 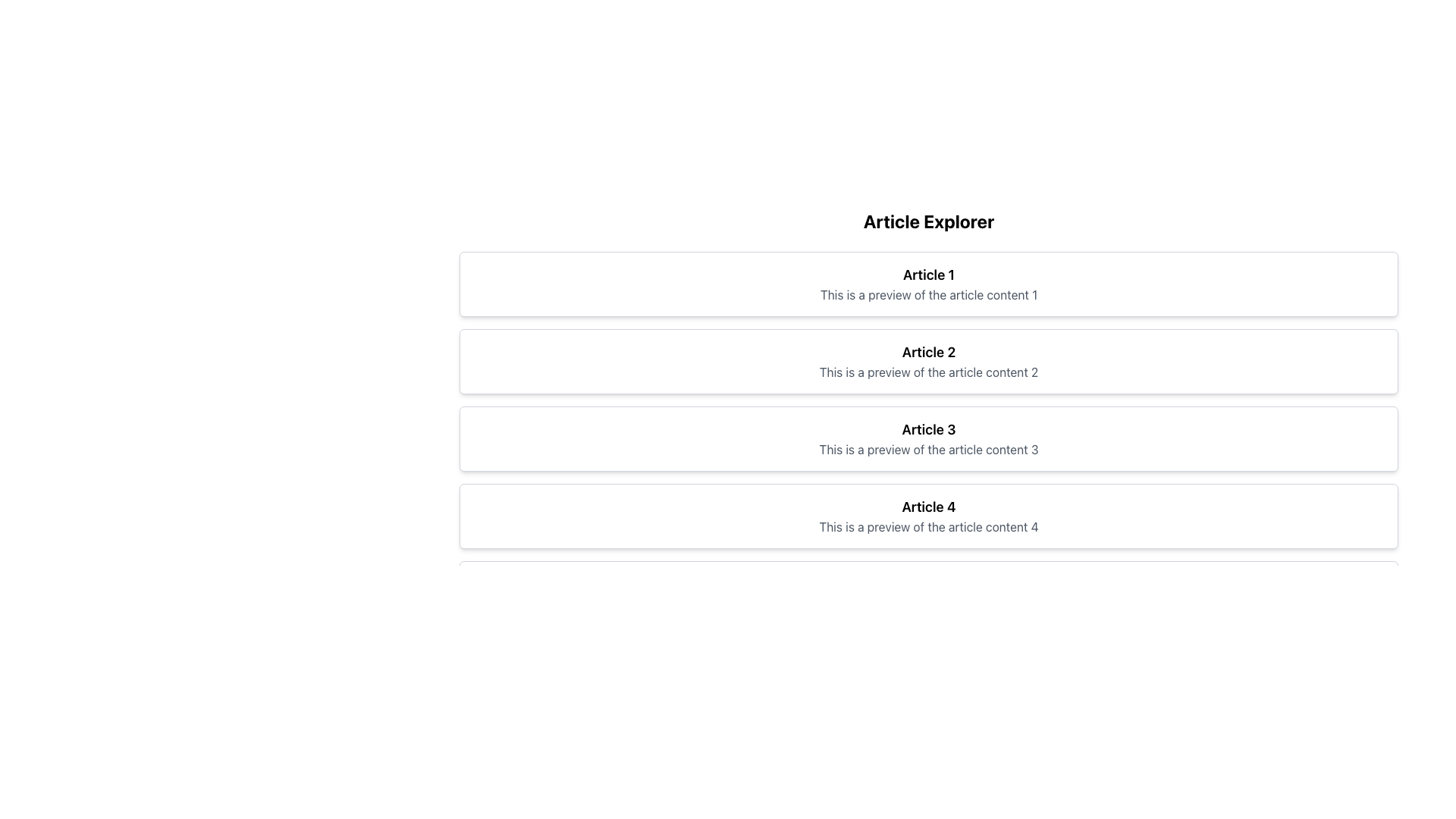 What do you see at coordinates (927, 526) in the screenshot?
I see `the label displaying a brief description or preview of 'Article 4', which is located below the title in a gray-colored font within the fourth box under 'Article Explorer'` at bounding box center [927, 526].